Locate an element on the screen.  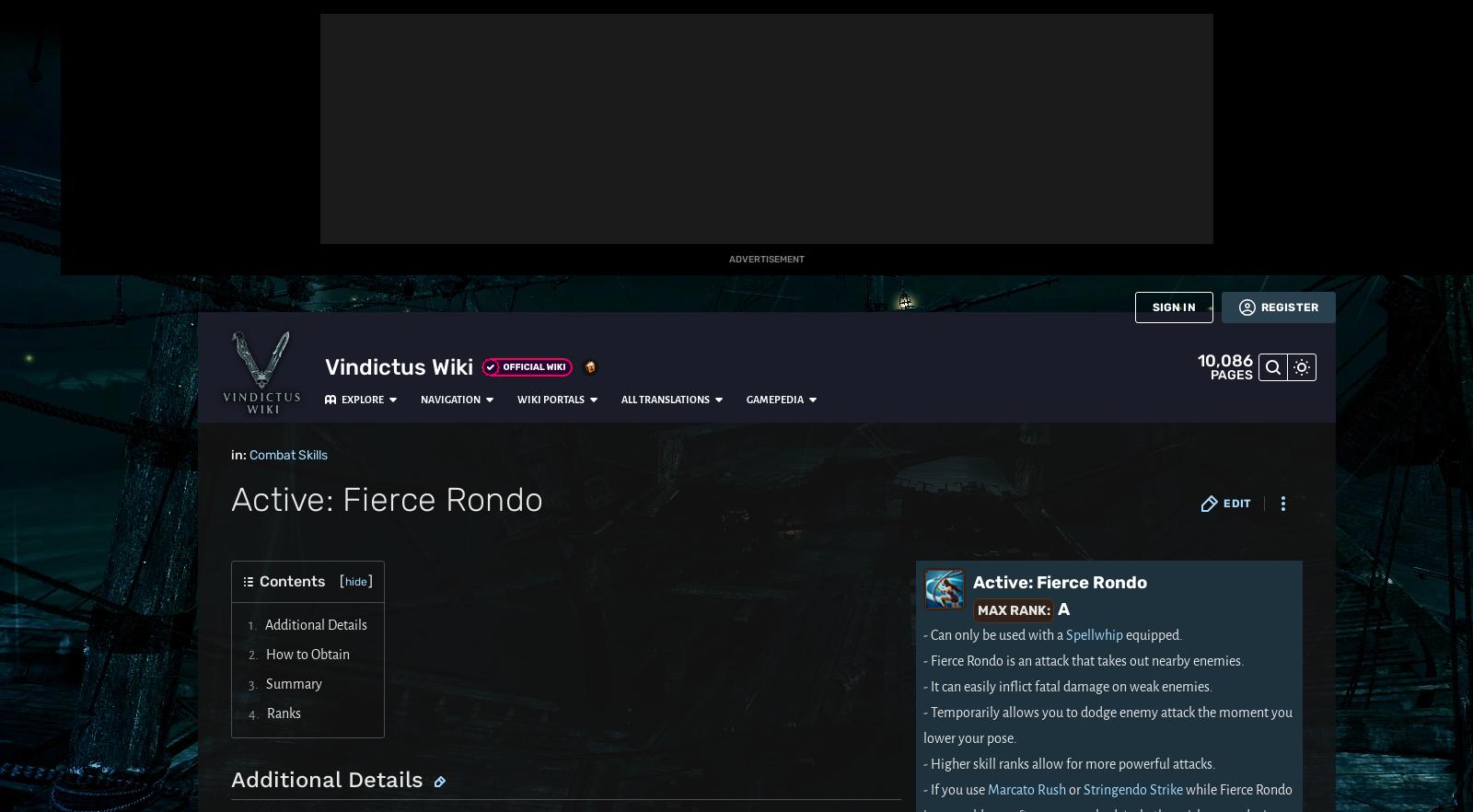
'Navigation' is located at coordinates (331, 20).